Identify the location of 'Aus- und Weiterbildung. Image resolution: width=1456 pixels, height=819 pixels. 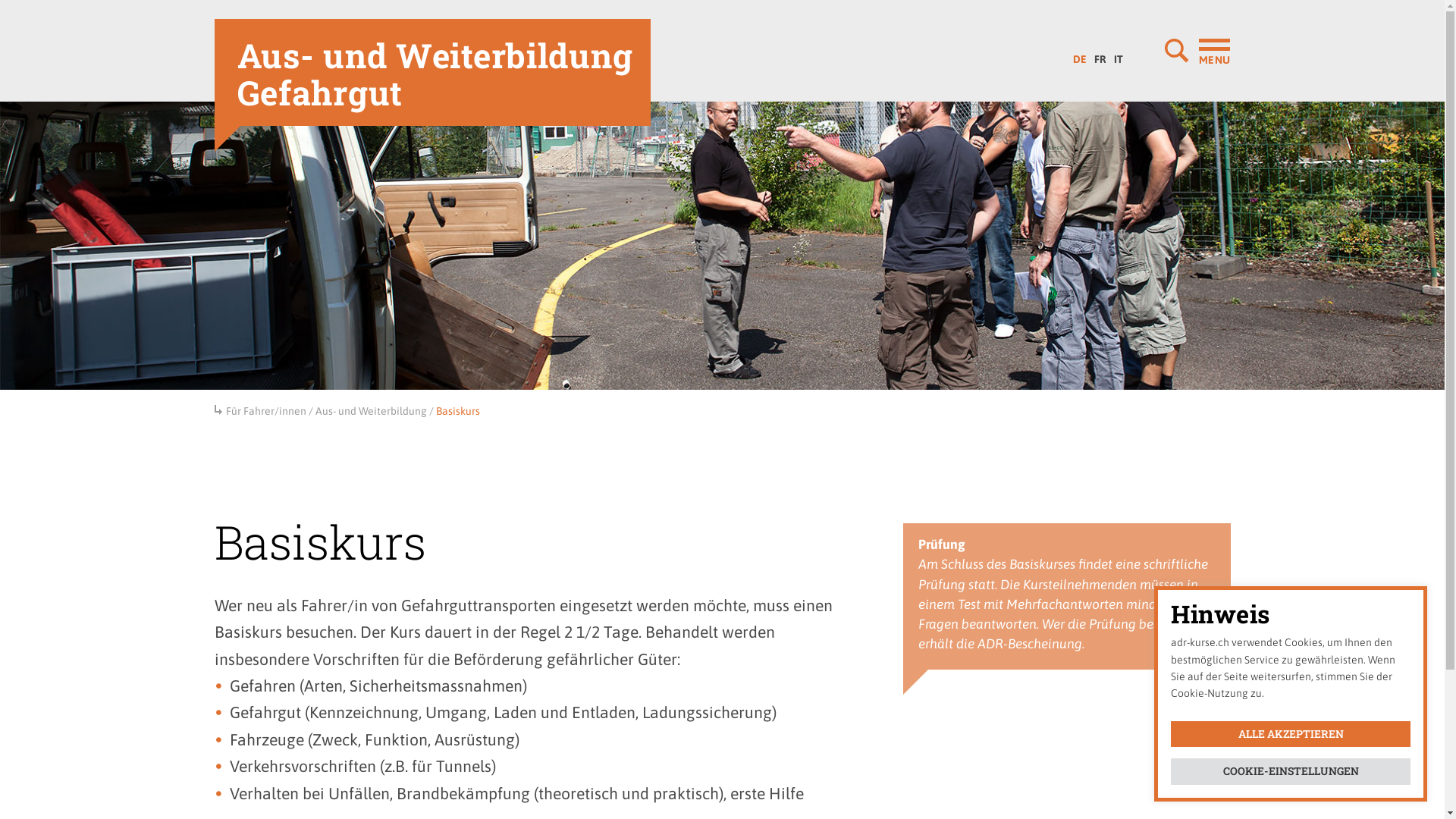
(431, 72).